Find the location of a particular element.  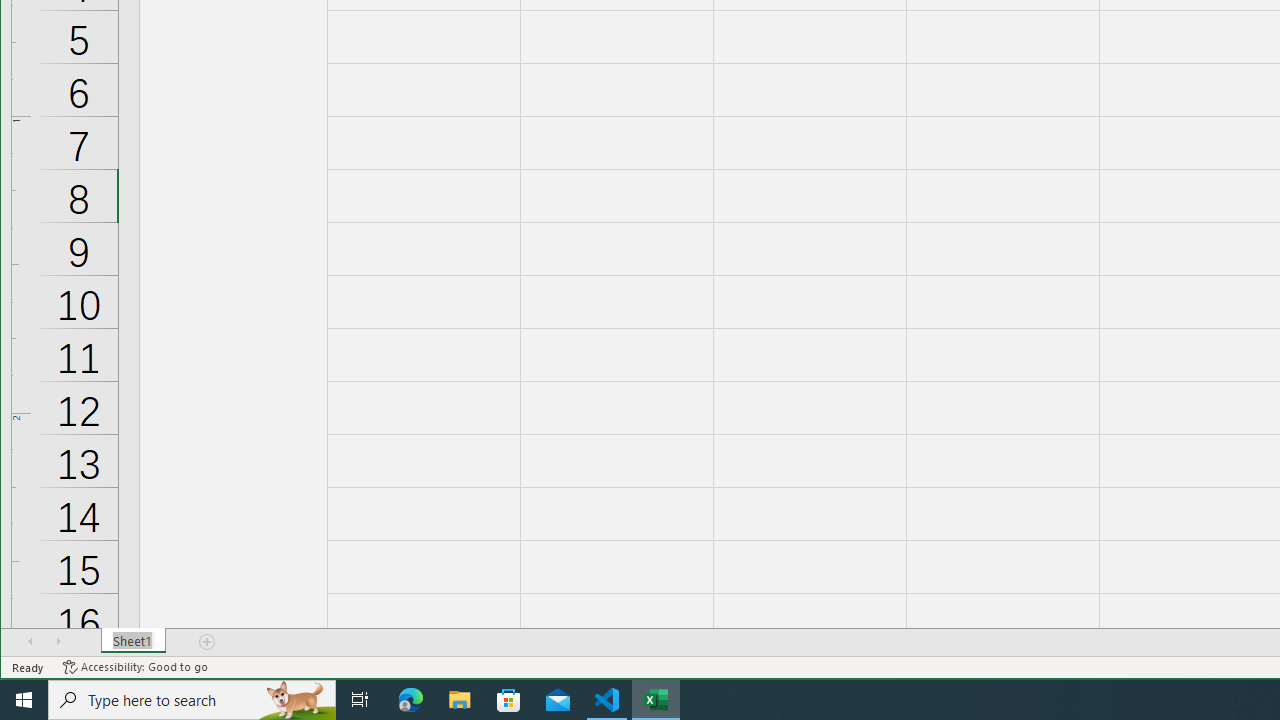

'Search highlights icon opens search home window' is located at coordinates (294, 698).